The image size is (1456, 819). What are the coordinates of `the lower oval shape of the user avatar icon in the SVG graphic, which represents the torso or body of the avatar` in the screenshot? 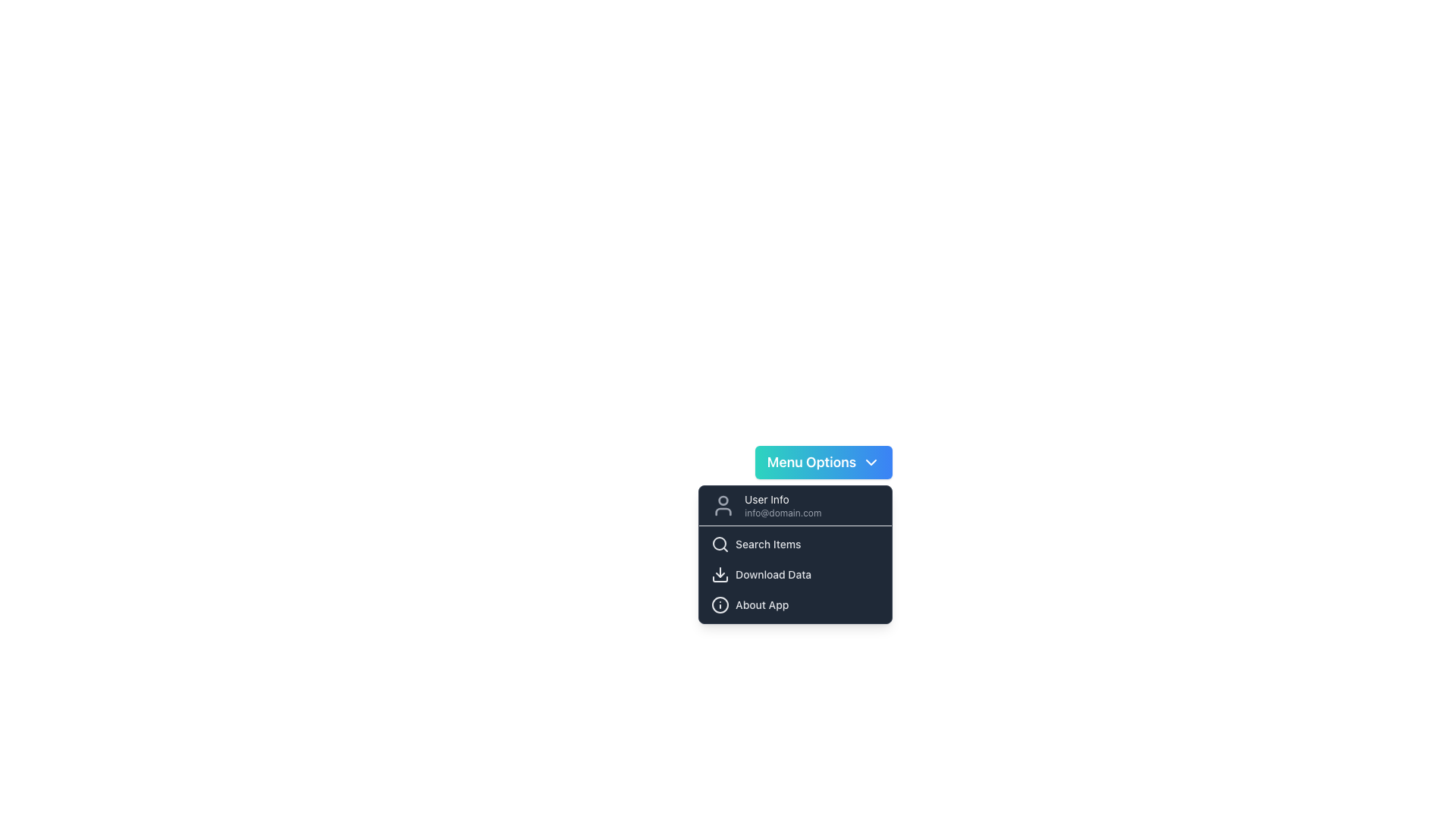 It's located at (723, 512).